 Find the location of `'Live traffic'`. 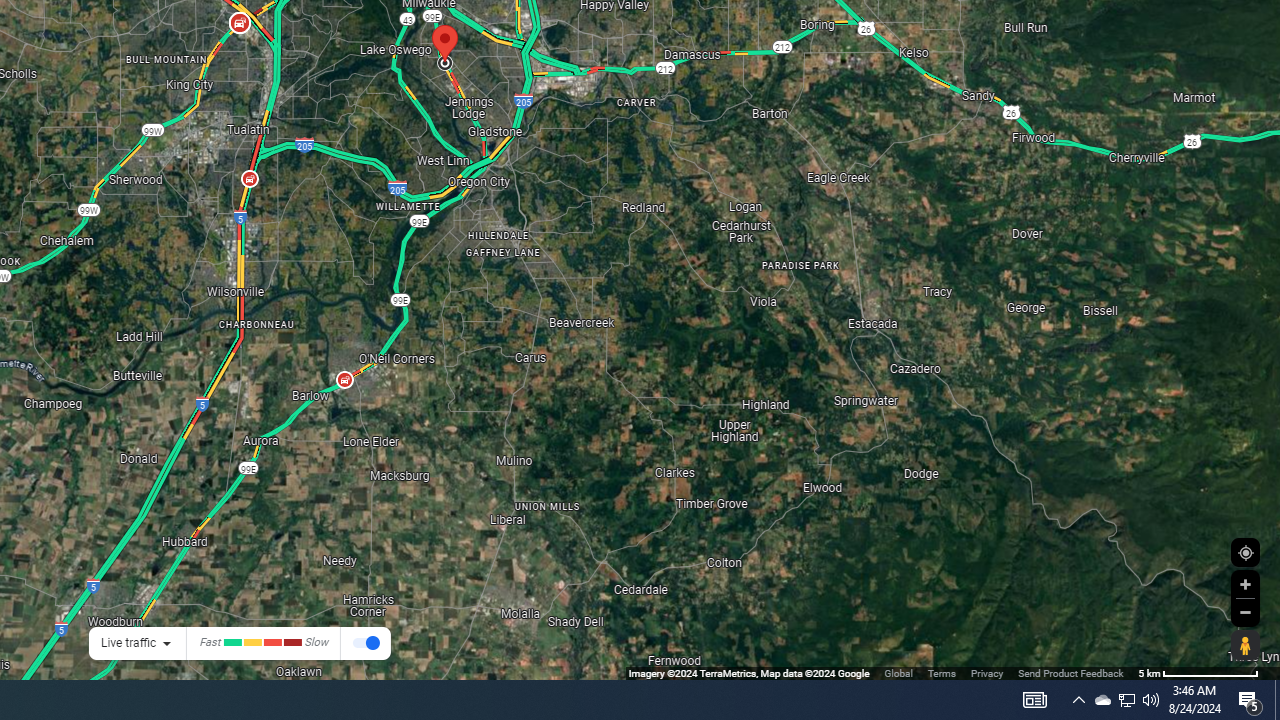

'Live traffic' is located at coordinates (127, 642).